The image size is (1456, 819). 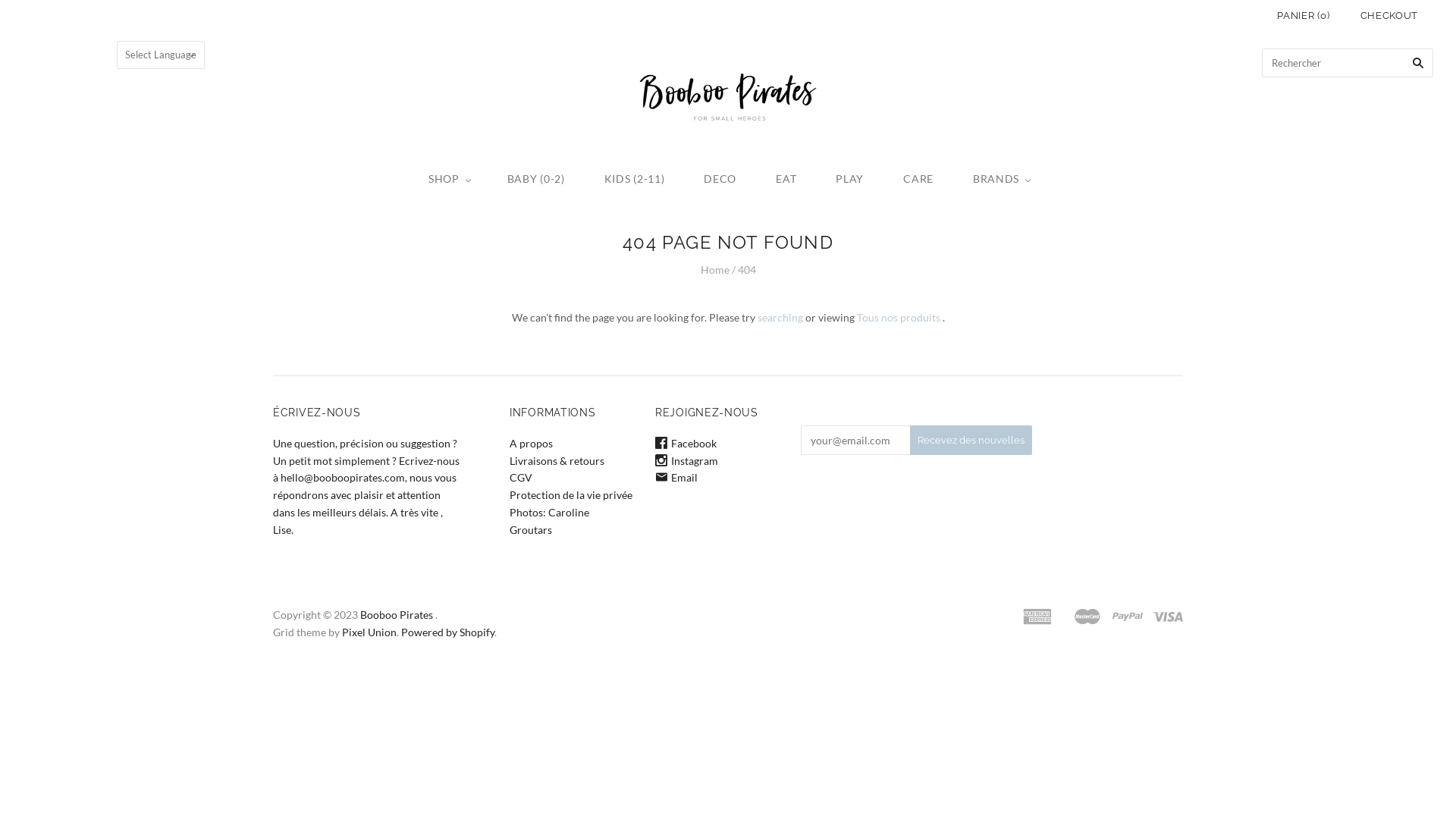 I want to click on 'DECO', so click(x=719, y=178).